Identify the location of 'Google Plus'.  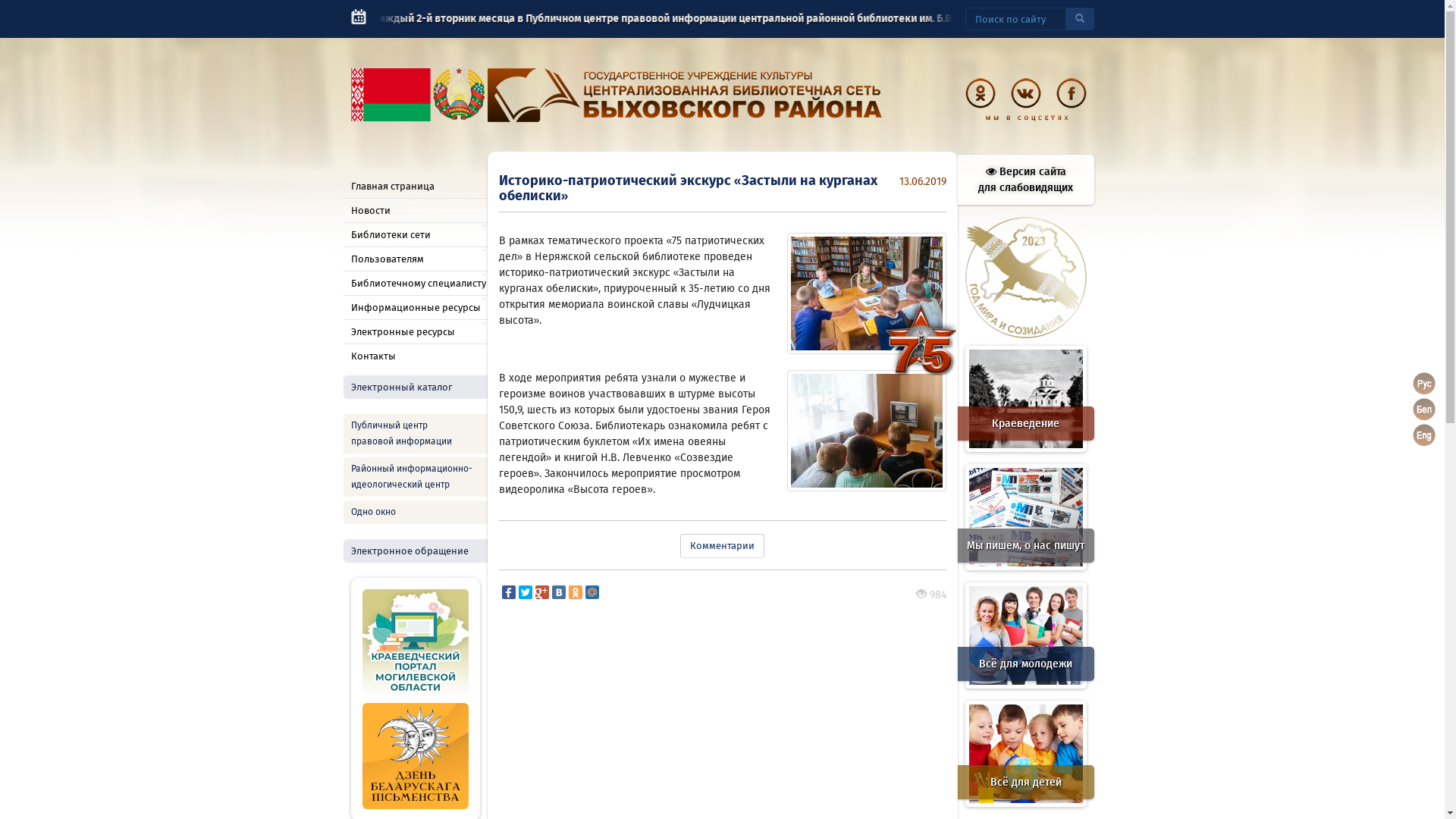
(535, 591).